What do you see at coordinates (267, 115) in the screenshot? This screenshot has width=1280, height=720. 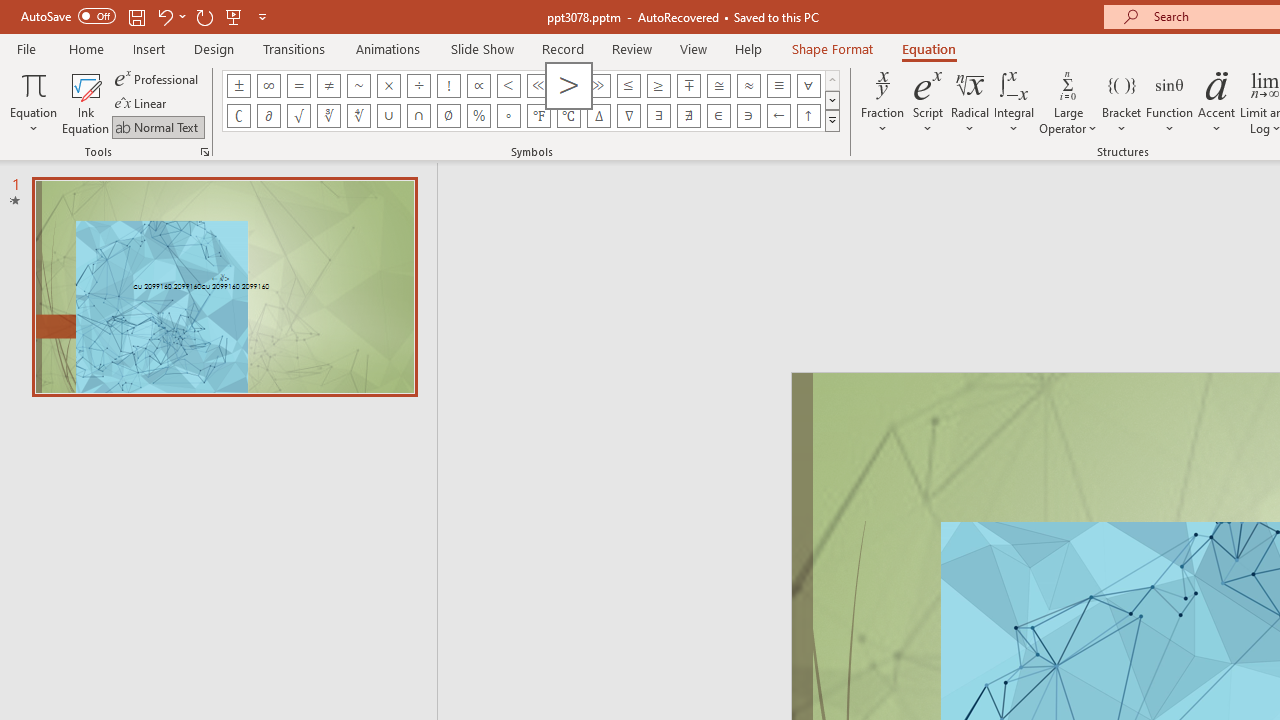 I see `'Equation Symbol Partial Differential'` at bounding box center [267, 115].